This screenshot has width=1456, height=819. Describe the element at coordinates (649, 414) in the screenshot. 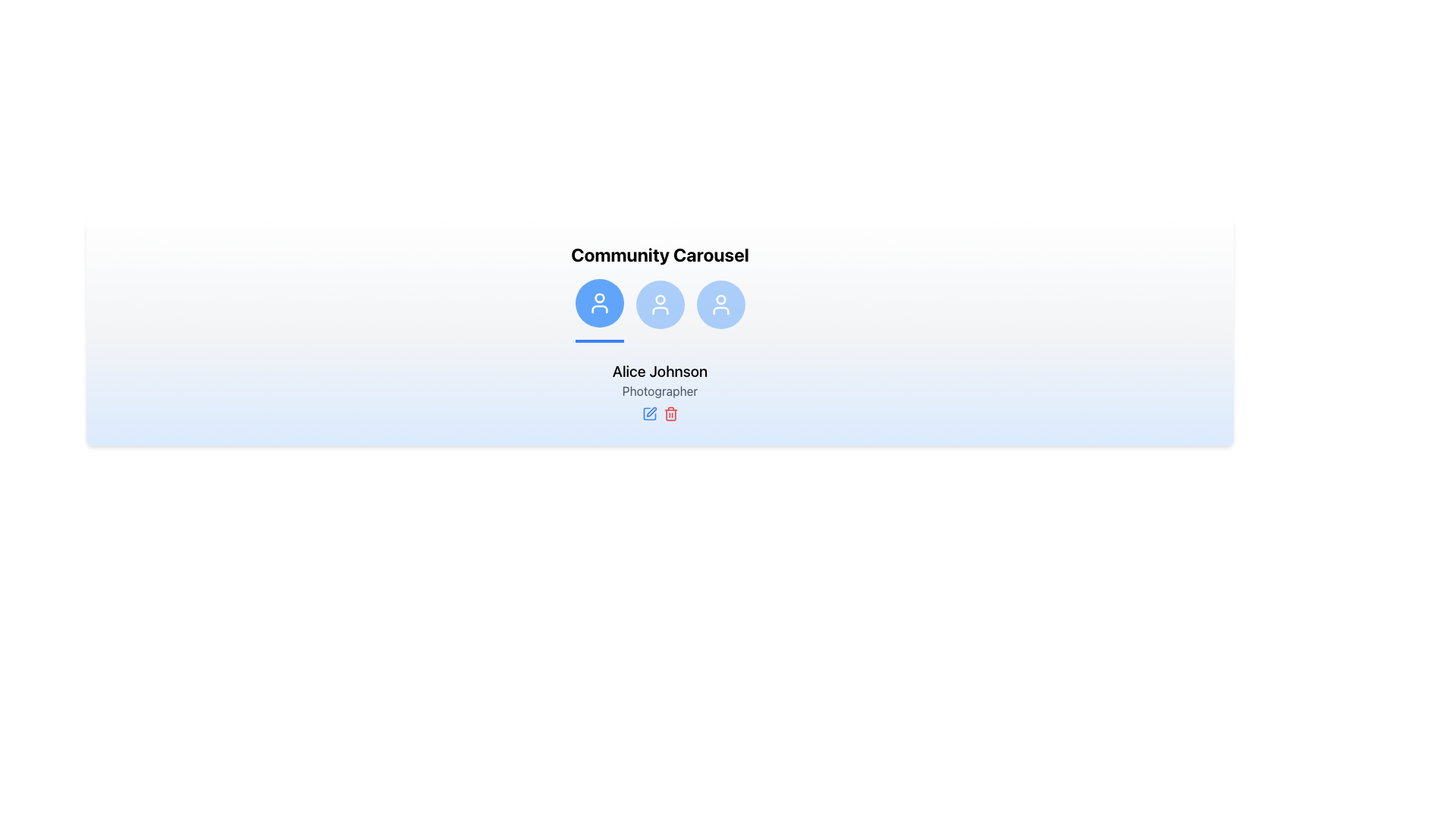

I see `the pen-shaped icon button, which is blue and located in the middle of the bottom section of the card` at that location.